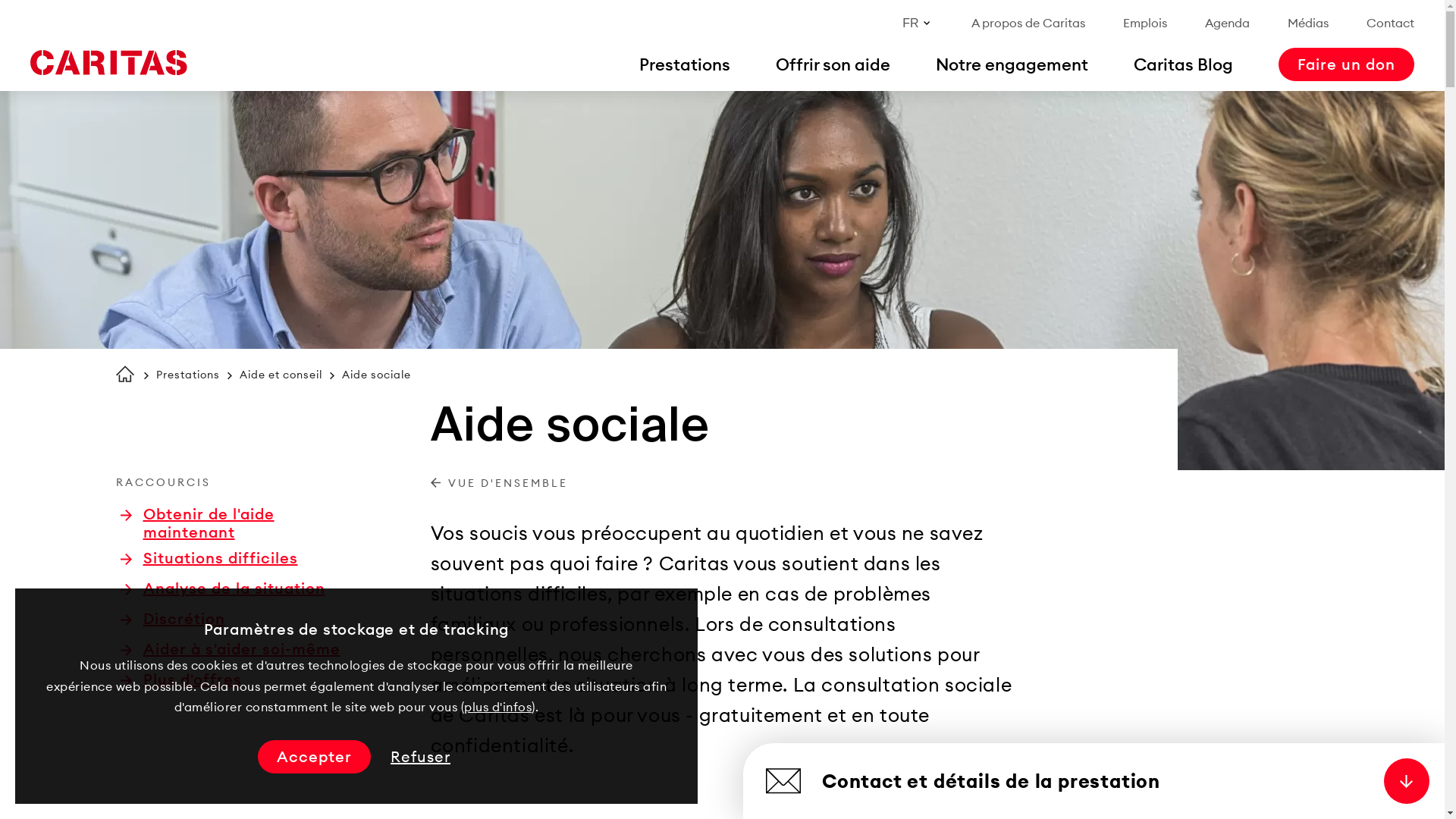 Image resolution: width=1456 pixels, height=819 pixels. I want to click on 'Accepter', so click(313, 757).